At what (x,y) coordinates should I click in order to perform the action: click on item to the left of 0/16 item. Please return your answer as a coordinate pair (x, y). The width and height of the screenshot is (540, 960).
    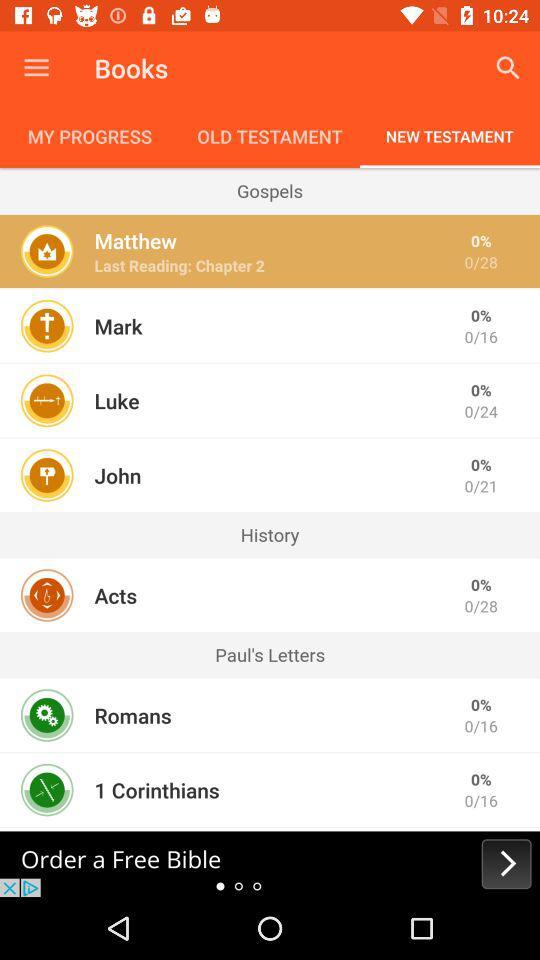
    Looking at the image, I should click on (156, 790).